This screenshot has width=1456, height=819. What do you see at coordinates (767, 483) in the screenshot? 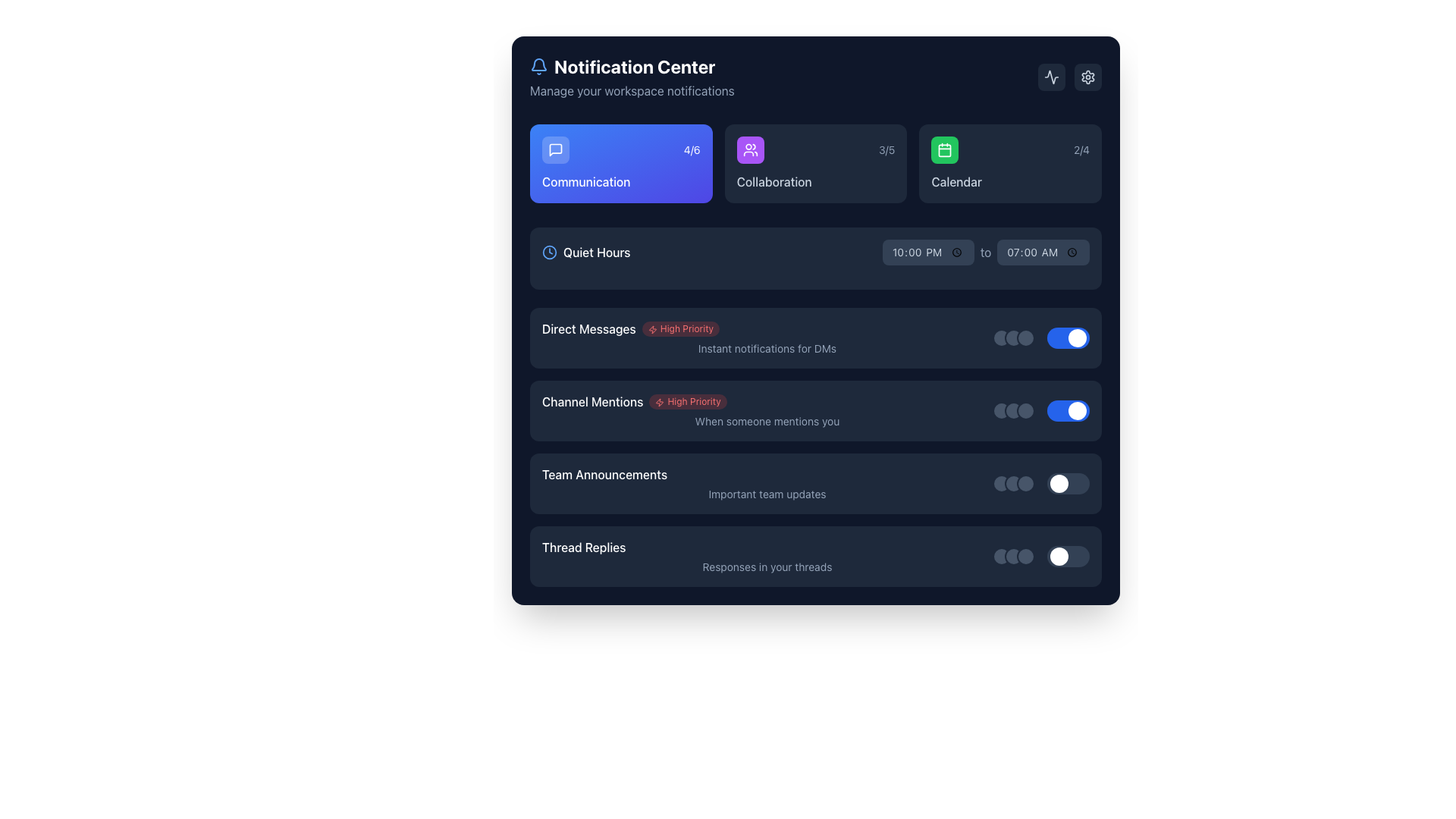
I see `the context of the notifications` at bounding box center [767, 483].